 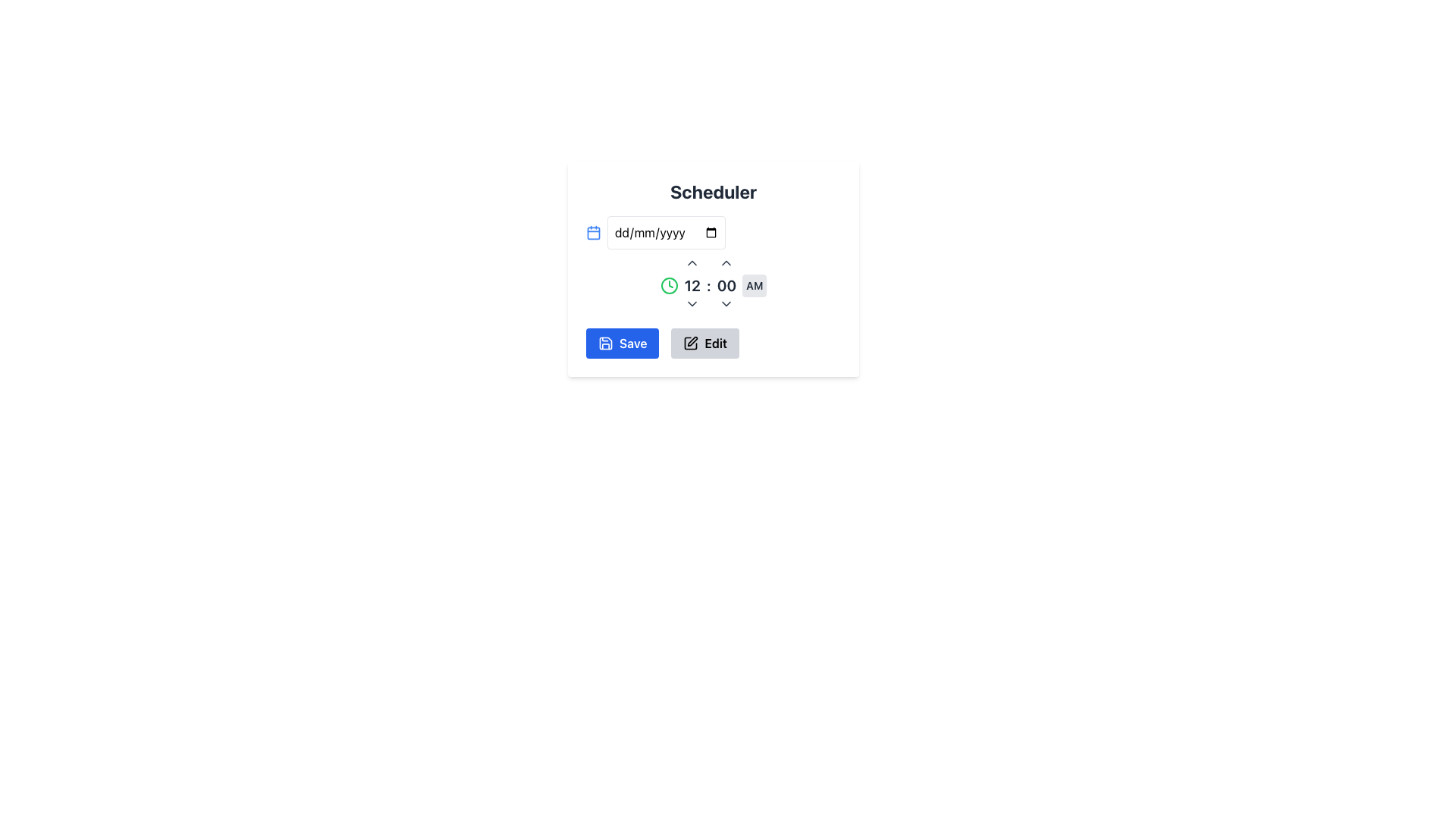 What do you see at coordinates (726, 286) in the screenshot?
I see `the text label displaying '00' which is the second numeric segment in a time input field to focus on it` at bounding box center [726, 286].